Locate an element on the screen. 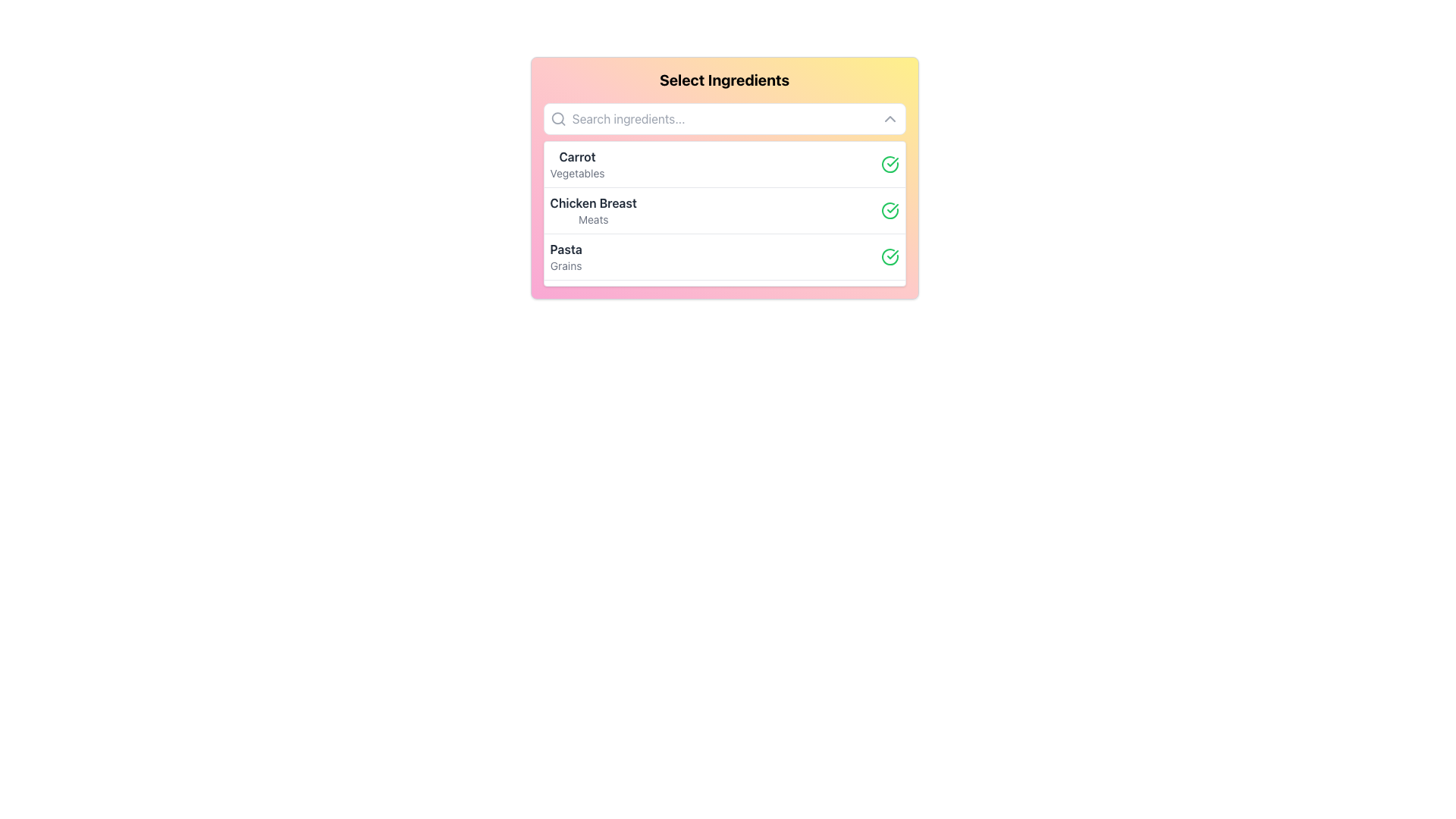 The image size is (1456, 819). the magnifying glass icon located at the left boundary of the search bar within a white rounded text input bar at the top of the card is located at coordinates (557, 118).